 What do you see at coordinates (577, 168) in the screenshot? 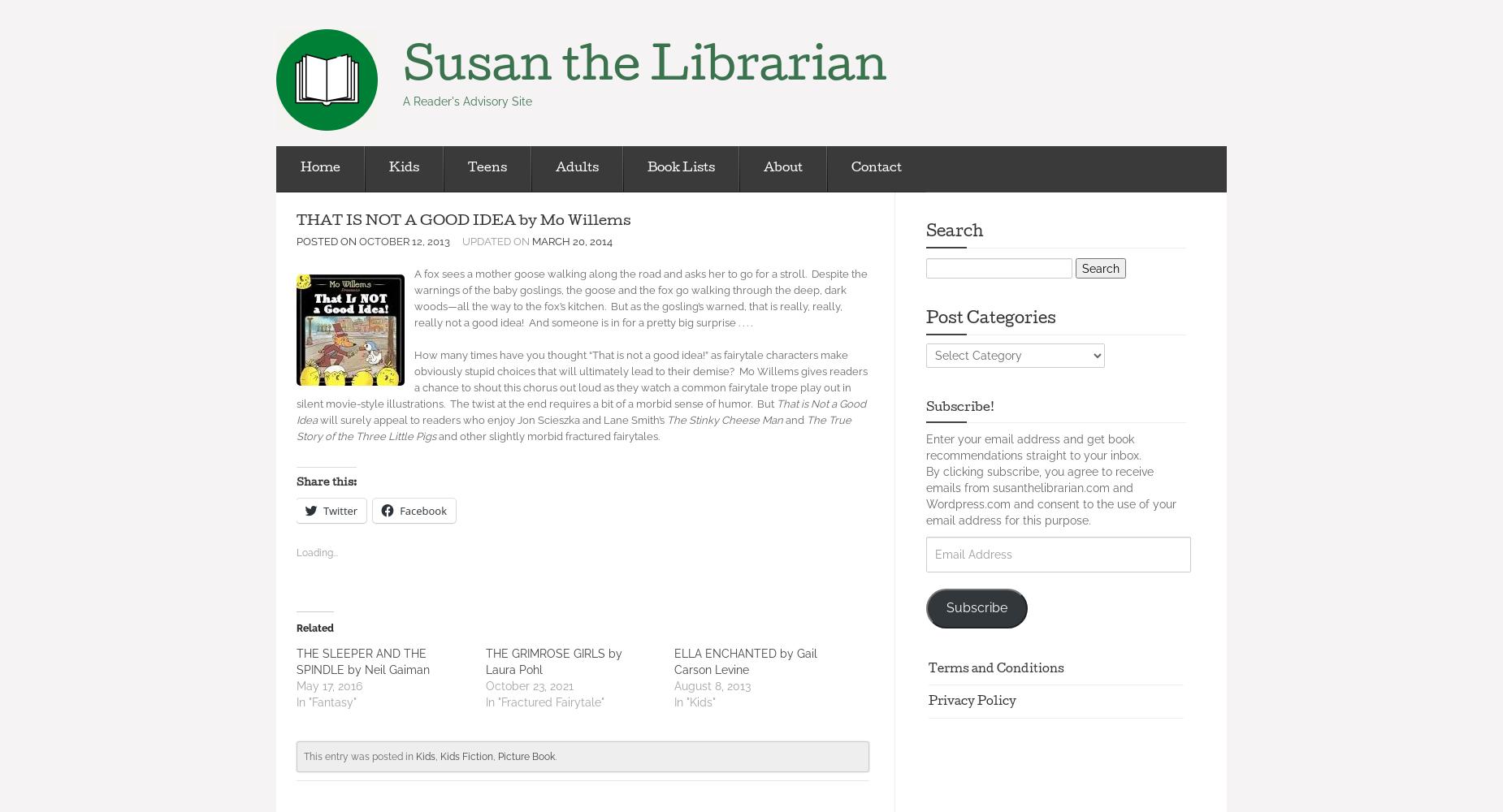
I see `'Adults'` at bounding box center [577, 168].